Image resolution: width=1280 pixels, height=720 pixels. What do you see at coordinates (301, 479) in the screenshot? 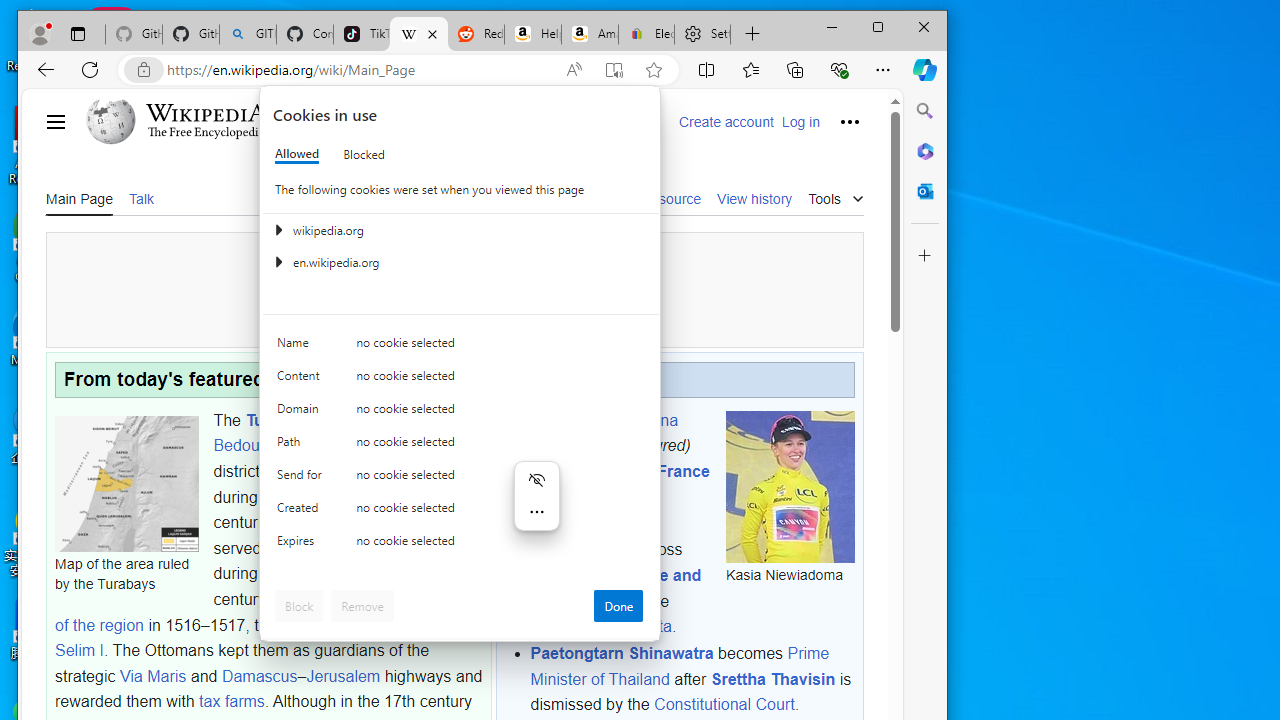
I see `'Send for'` at bounding box center [301, 479].